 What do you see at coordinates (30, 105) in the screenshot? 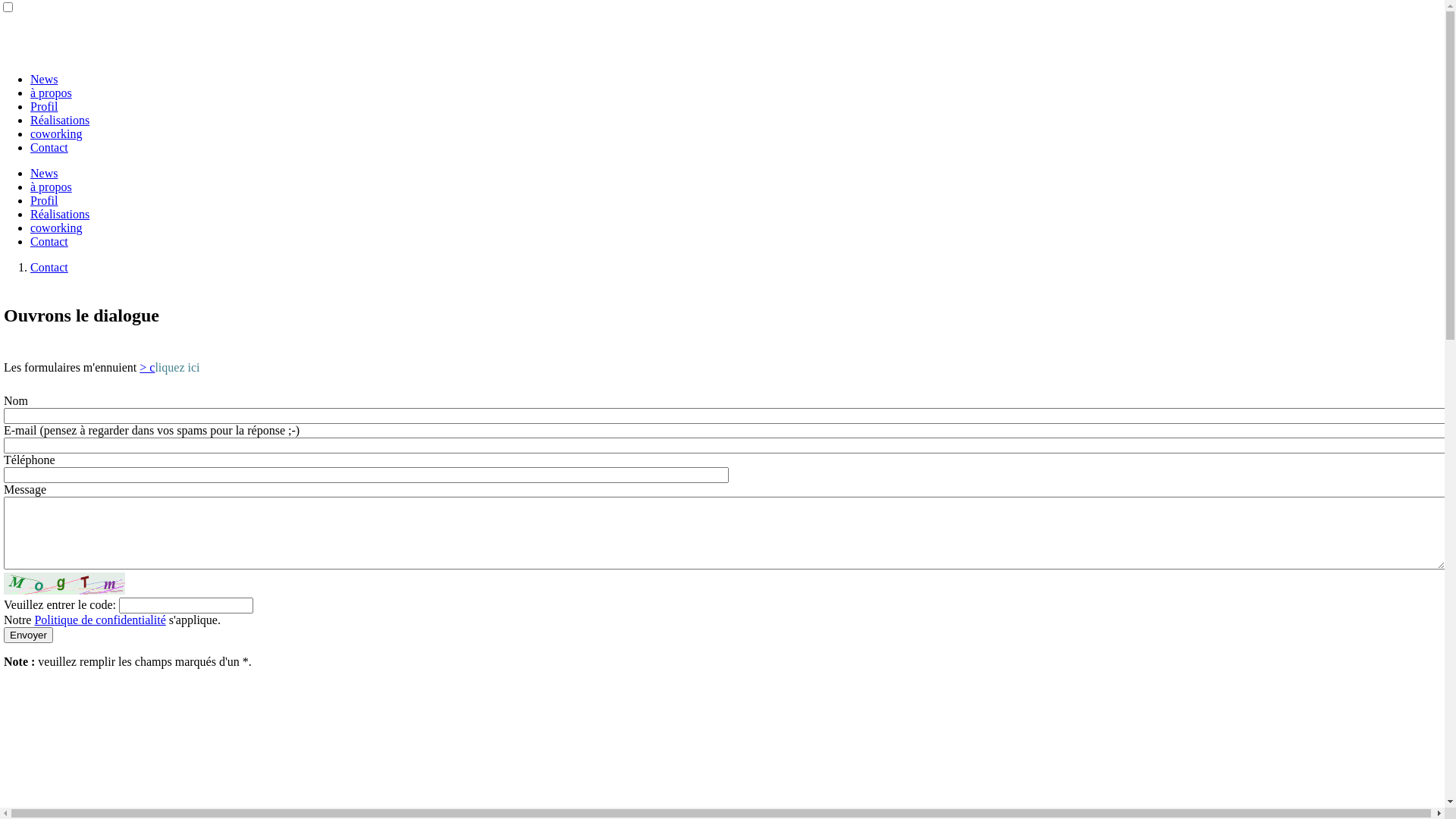
I see `'Profil'` at bounding box center [30, 105].